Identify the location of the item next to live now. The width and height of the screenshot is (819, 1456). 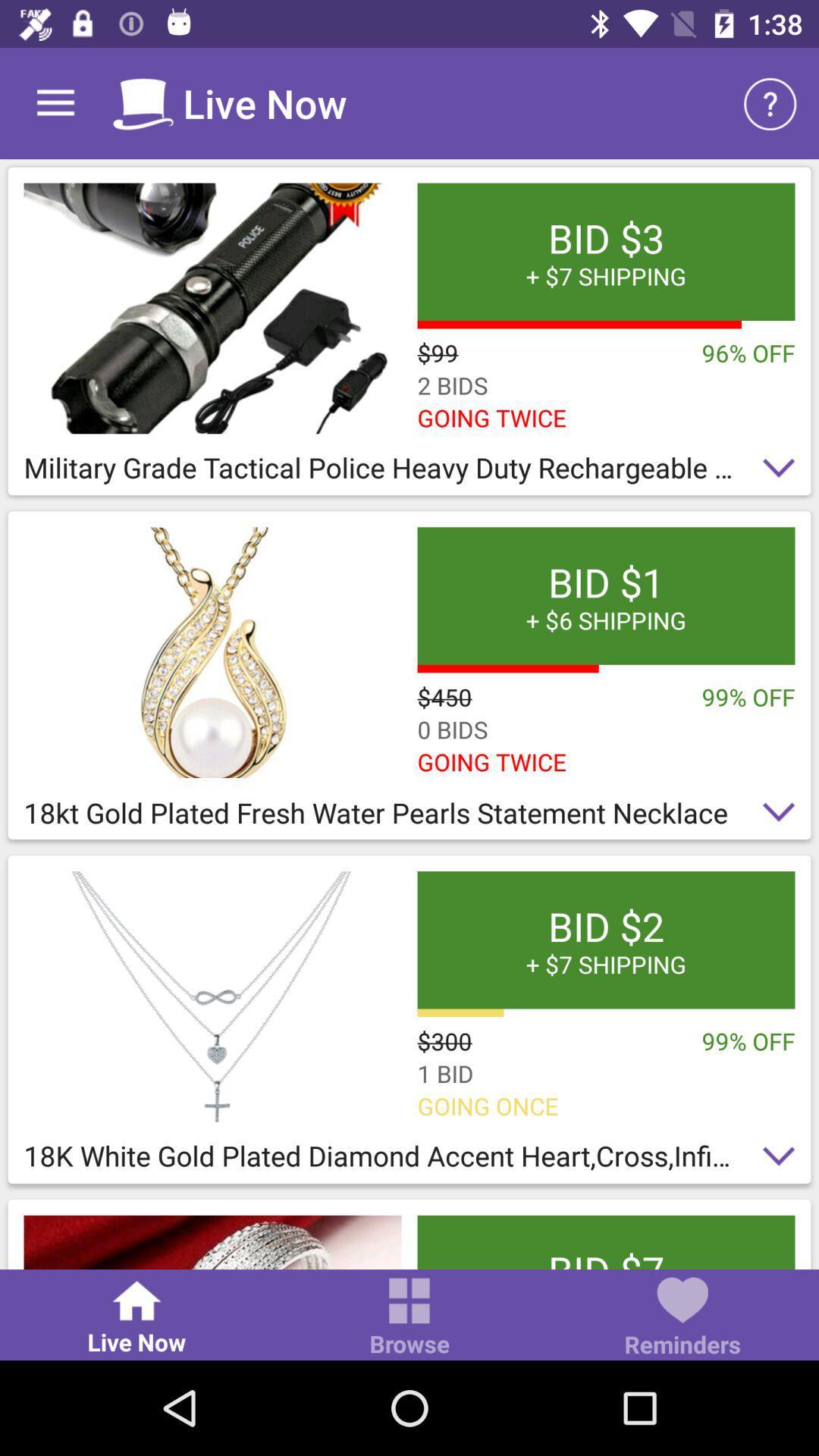
(409, 1317).